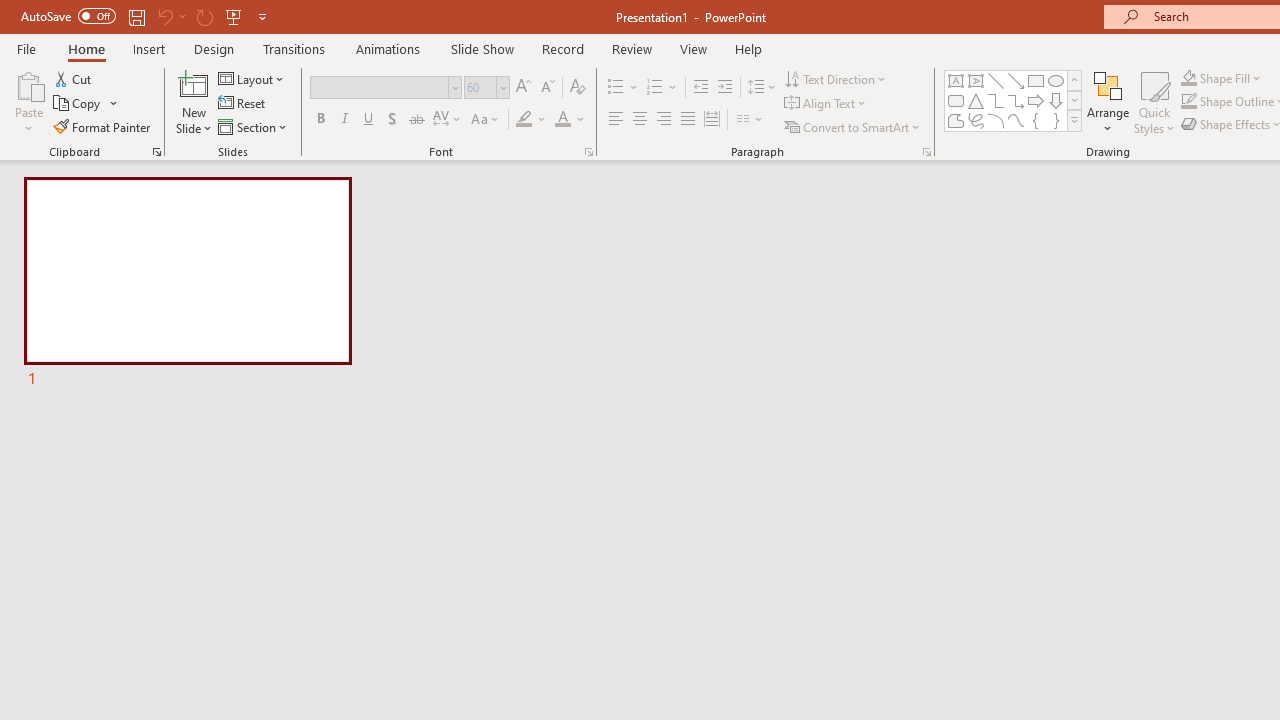 The image size is (1280, 720). I want to click on 'Shadow', so click(392, 119).